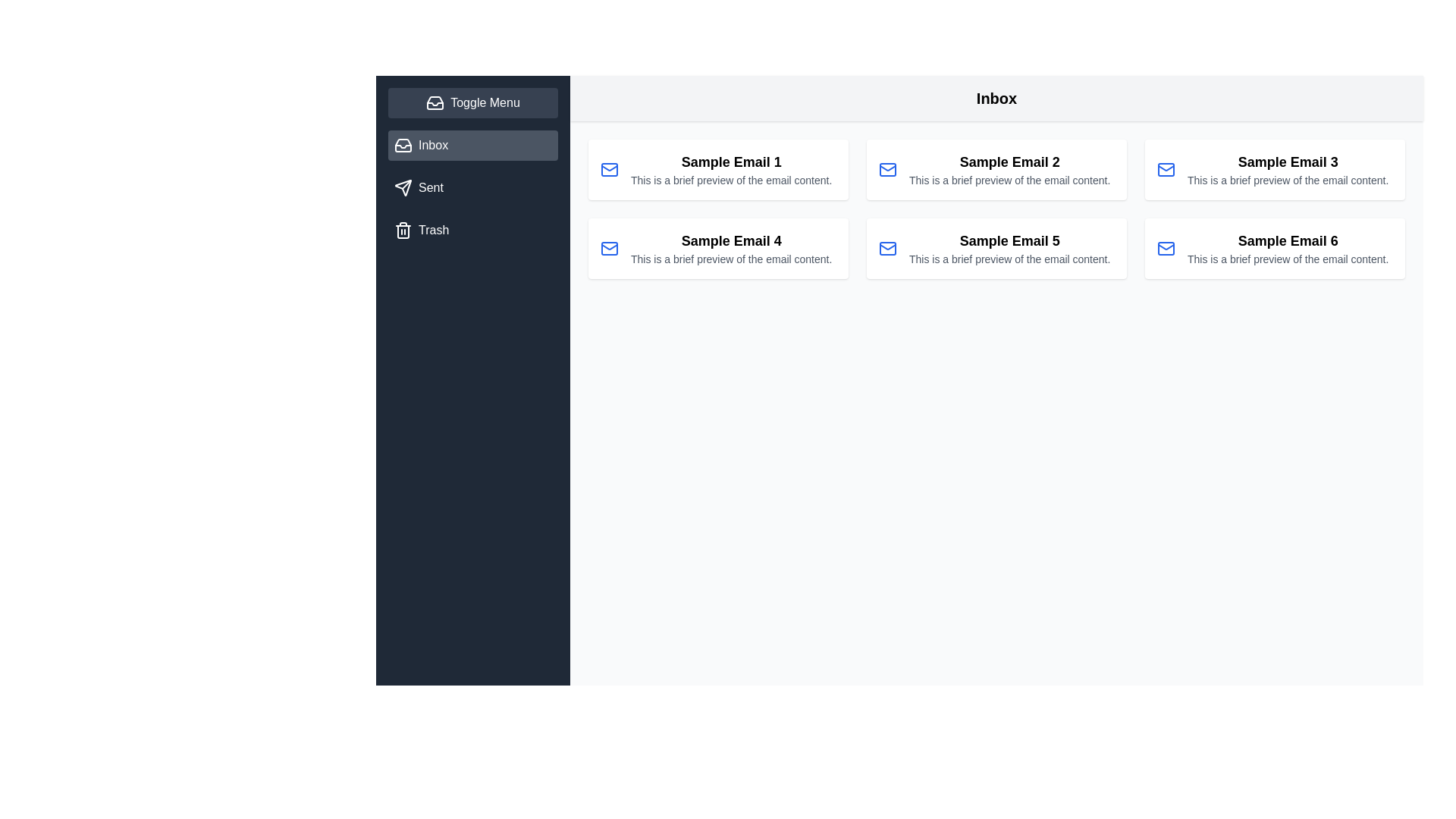  What do you see at coordinates (731, 247) in the screenshot?
I see `the text block preview for an email entry located in the second row, first column of the inbox grid` at bounding box center [731, 247].